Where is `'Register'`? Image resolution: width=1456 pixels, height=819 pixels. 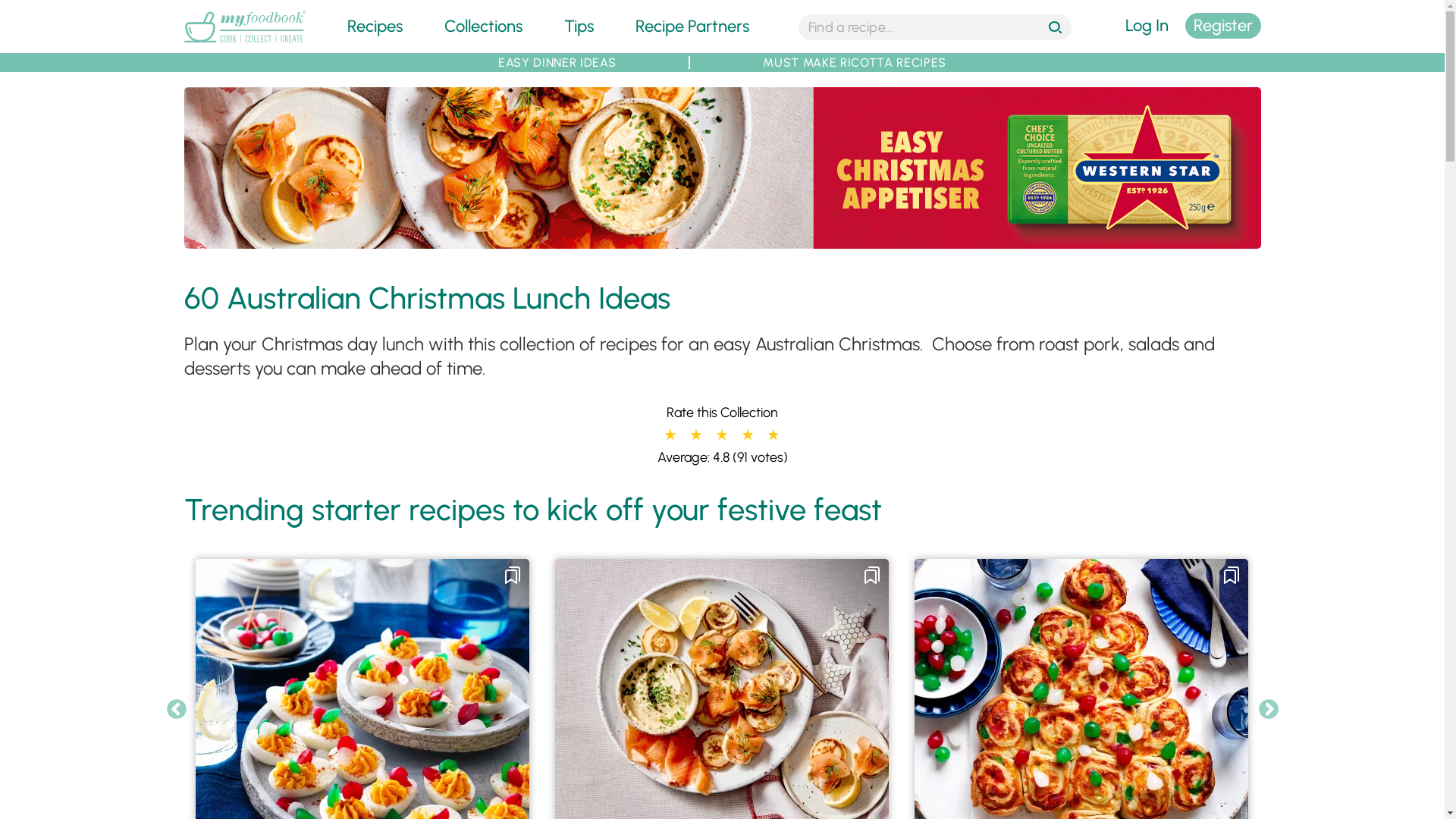
'Register' is located at coordinates (1222, 26).